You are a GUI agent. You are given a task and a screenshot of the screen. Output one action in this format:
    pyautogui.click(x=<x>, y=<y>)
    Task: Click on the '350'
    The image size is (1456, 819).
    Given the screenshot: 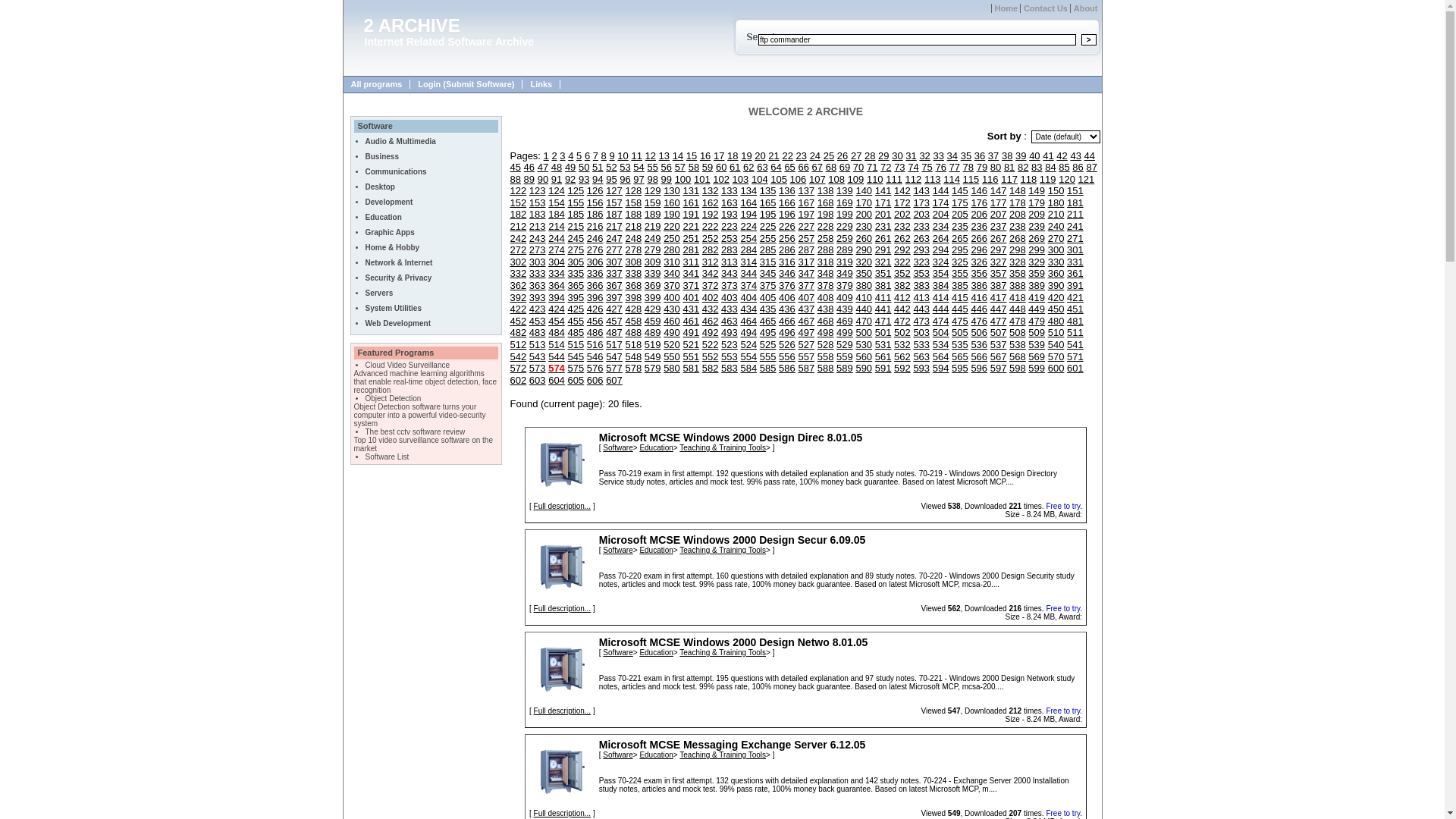 What is the action you would take?
    pyautogui.click(x=863, y=273)
    